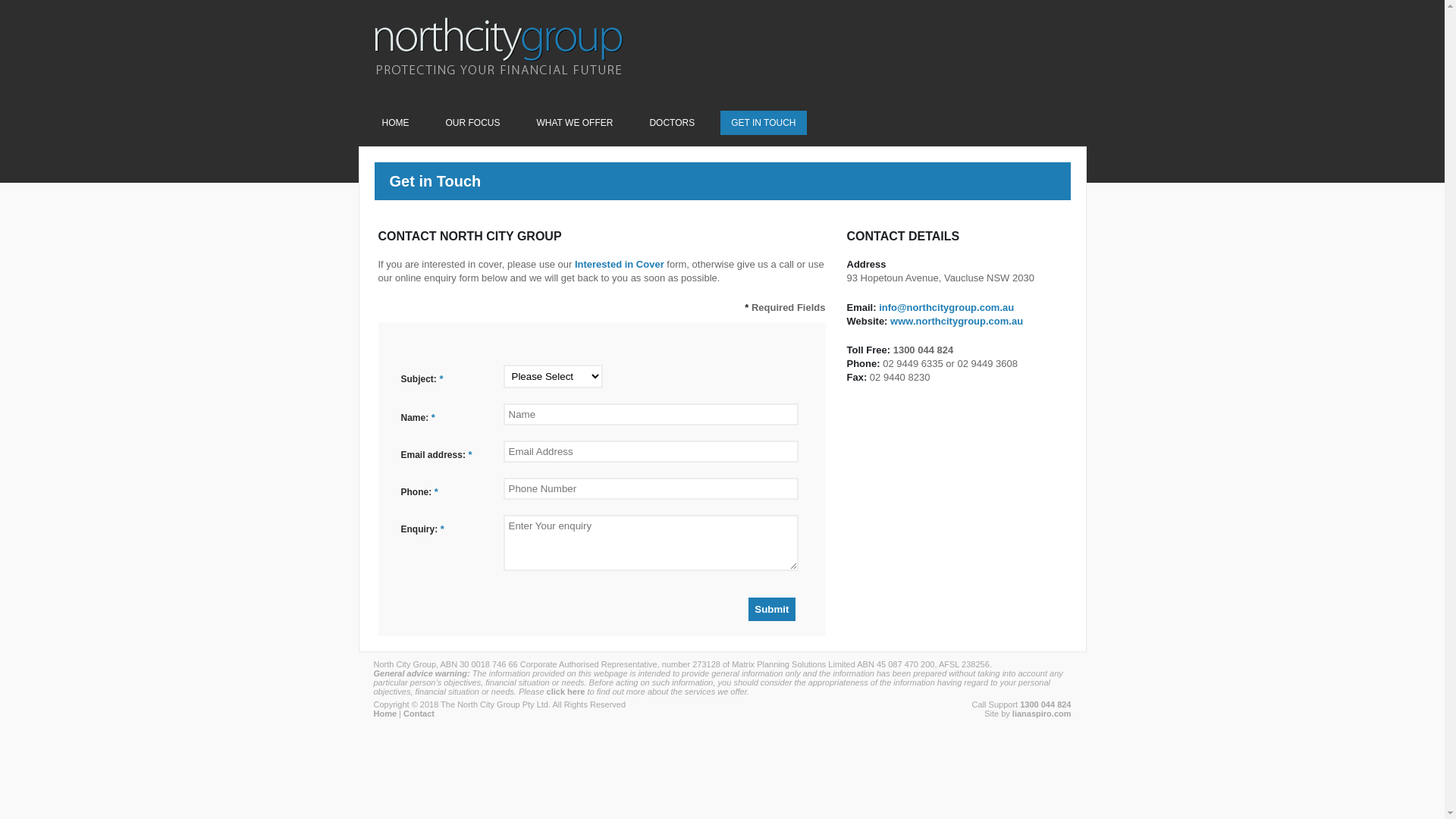  What do you see at coordinates (384, 714) in the screenshot?
I see `'Home'` at bounding box center [384, 714].